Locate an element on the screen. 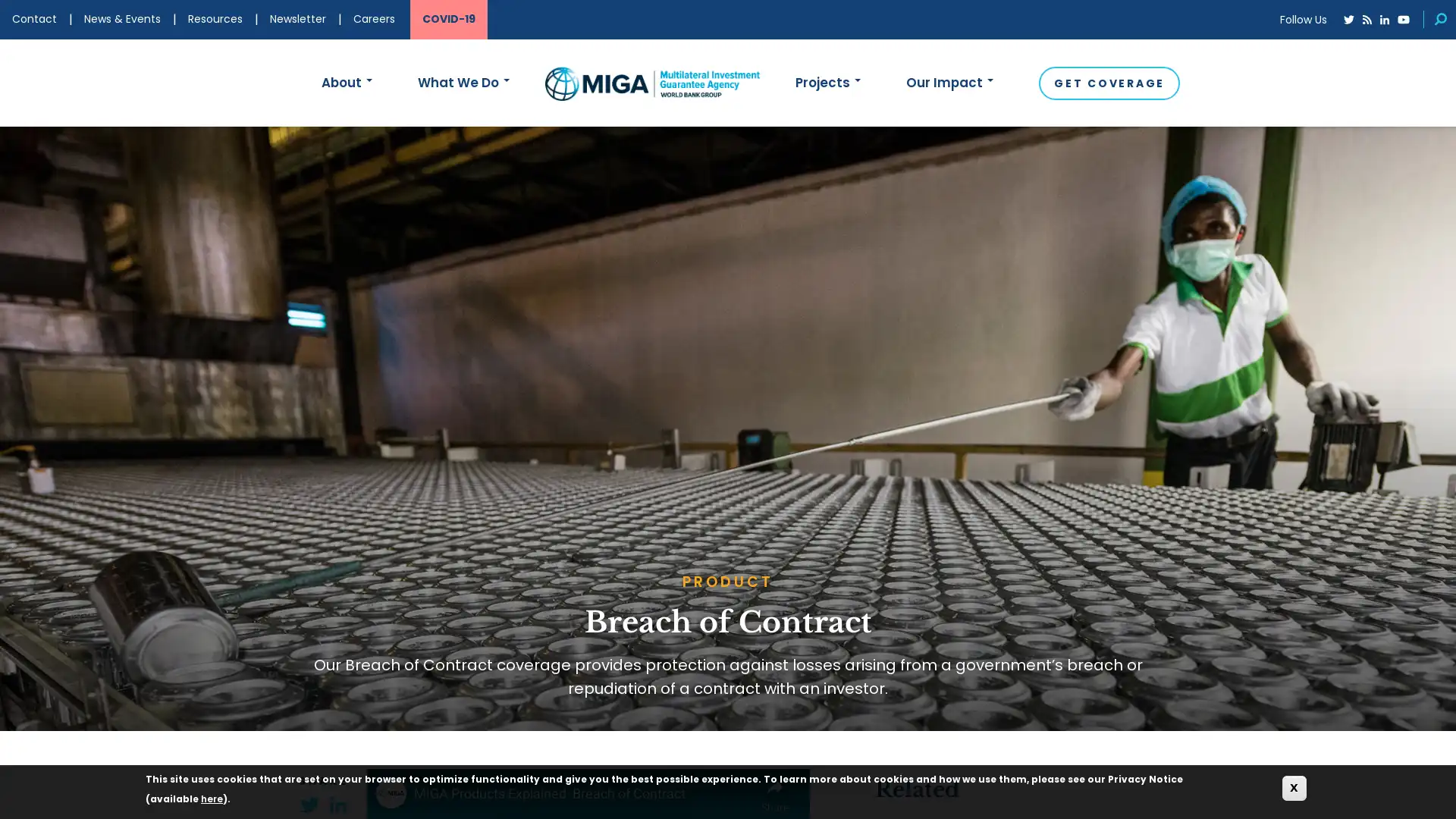 Image resolution: width=1456 pixels, height=819 pixels. X is located at coordinates (1294, 787).